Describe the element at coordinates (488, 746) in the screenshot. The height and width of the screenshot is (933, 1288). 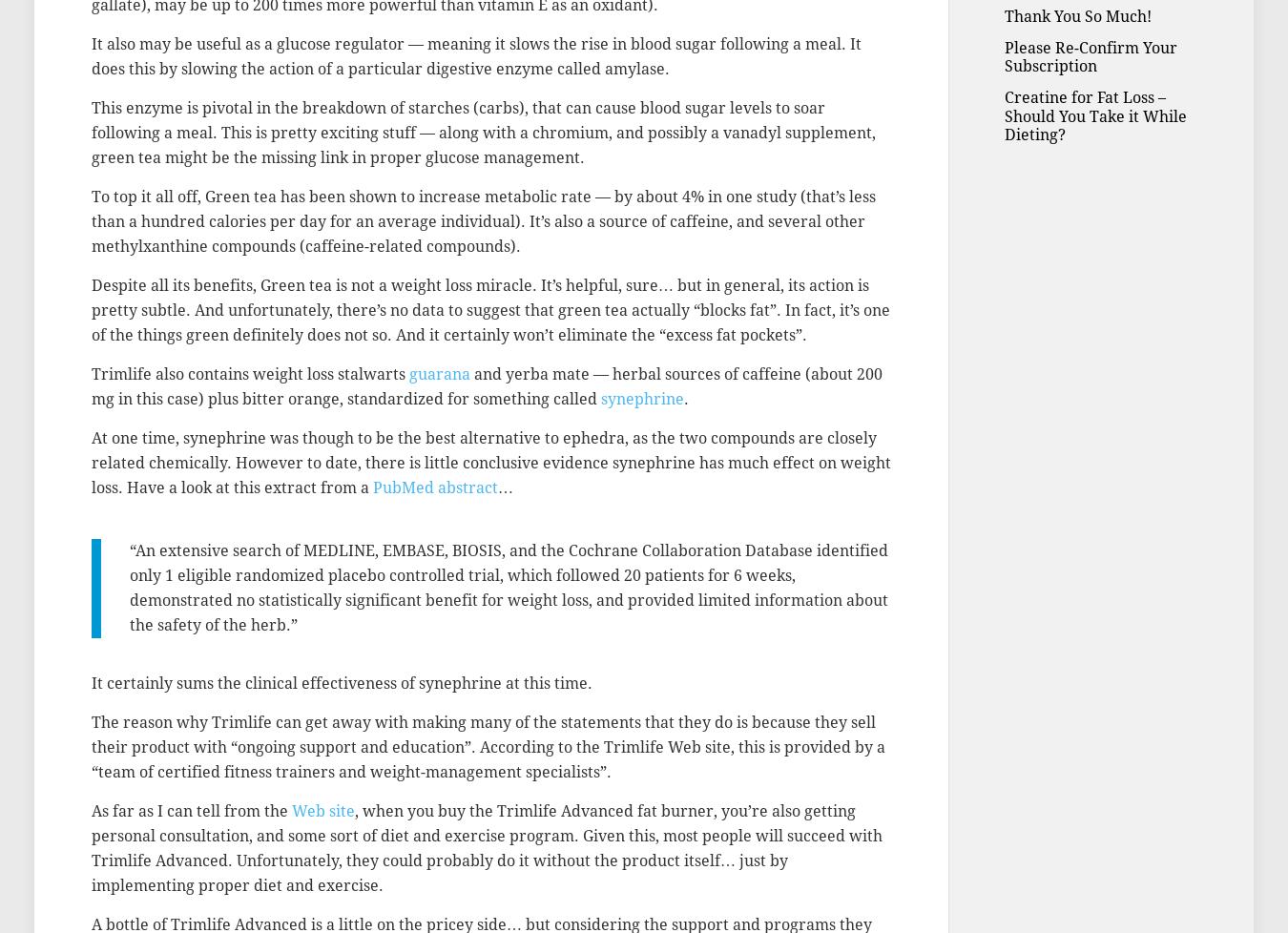
I see `'The reason why Trimlife can get away with making many of the statements that they do is because they sell their product with “ongoing support and education”. According to the Trimlife Web site, this is provided by a “team of certified fitness trainers and weight-management specialists”.'` at that location.